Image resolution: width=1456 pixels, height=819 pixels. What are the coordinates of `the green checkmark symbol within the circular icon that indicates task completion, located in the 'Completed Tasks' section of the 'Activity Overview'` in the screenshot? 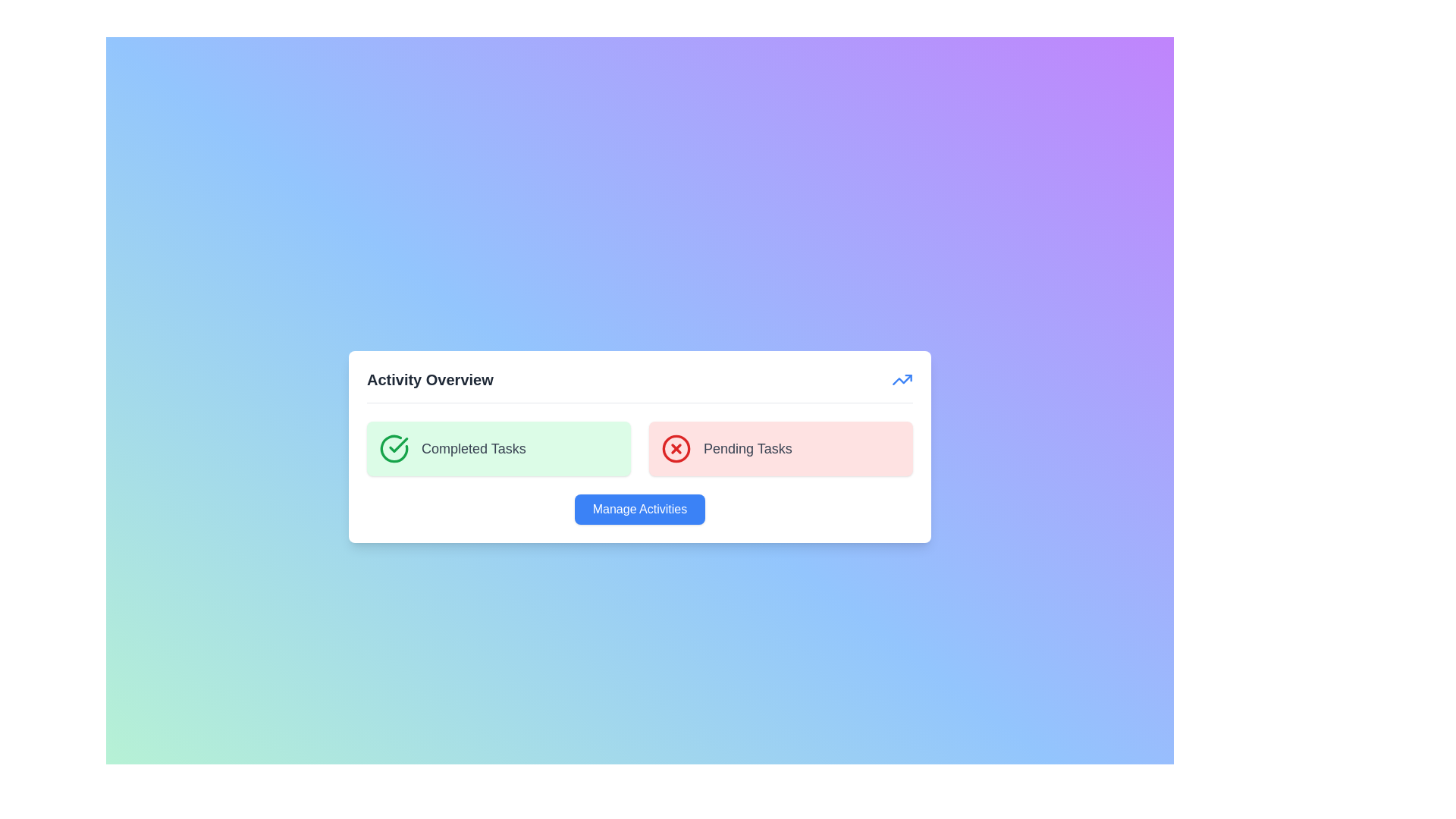 It's located at (398, 444).